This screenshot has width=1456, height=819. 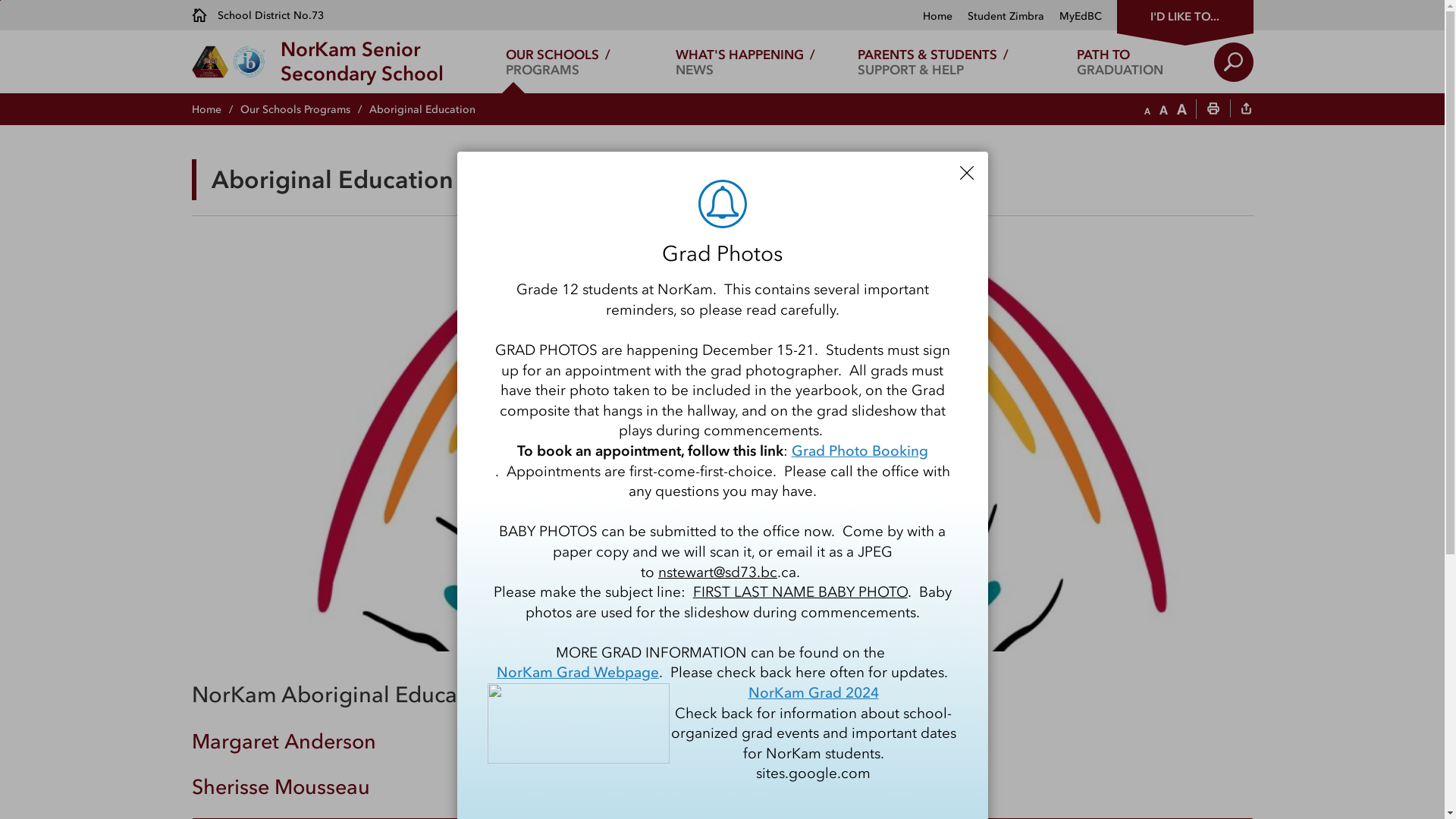 What do you see at coordinates (1162, 109) in the screenshot?
I see `'Default text size'` at bounding box center [1162, 109].